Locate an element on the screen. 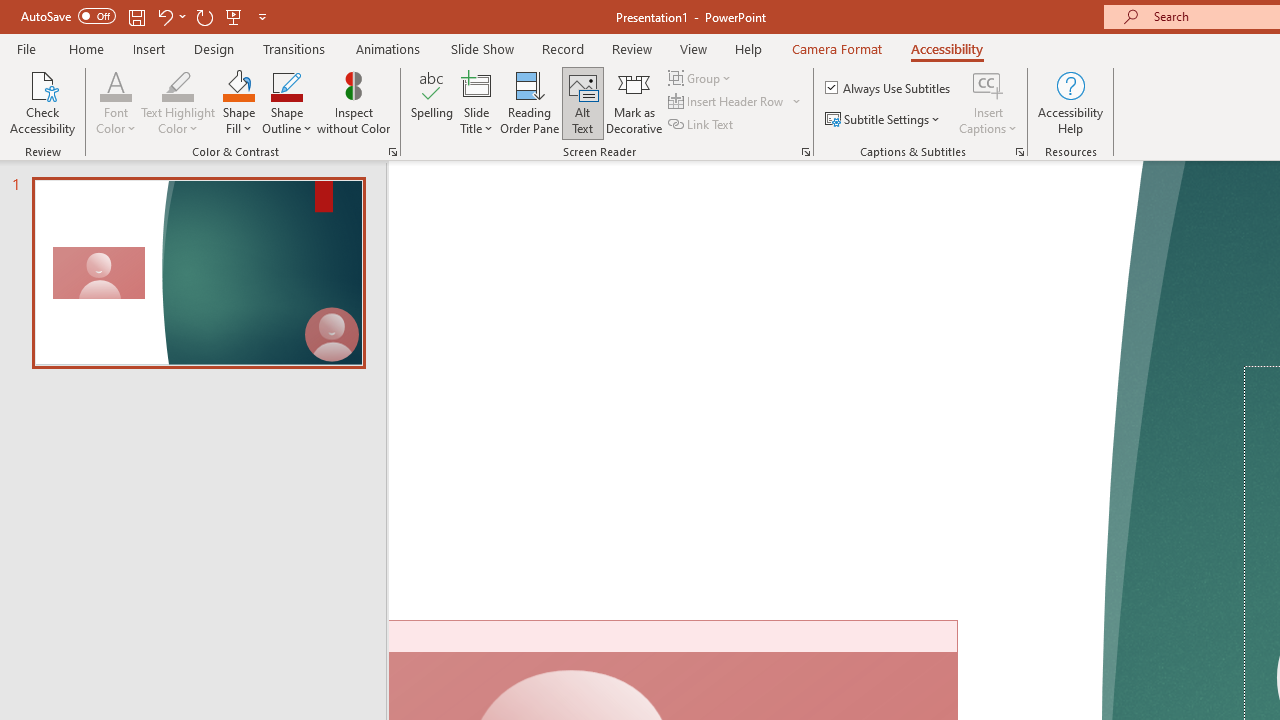  'Camera Format' is located at coordinates (837, 48).